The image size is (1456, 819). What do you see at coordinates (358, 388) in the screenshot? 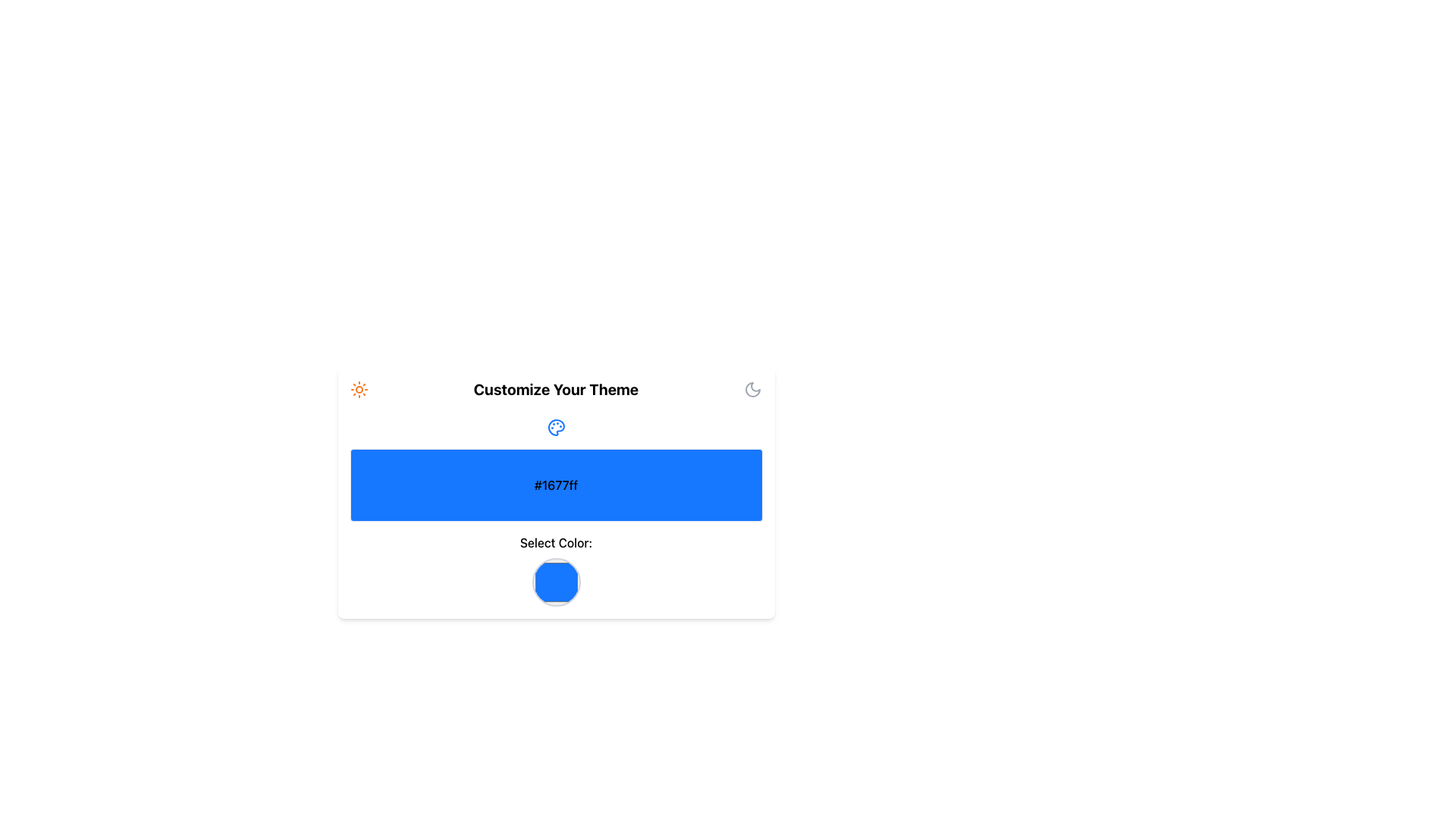
I see `the orange sun icon button located to the left of the 'Customize Your Theme' header` at bounding box center [358, 388].